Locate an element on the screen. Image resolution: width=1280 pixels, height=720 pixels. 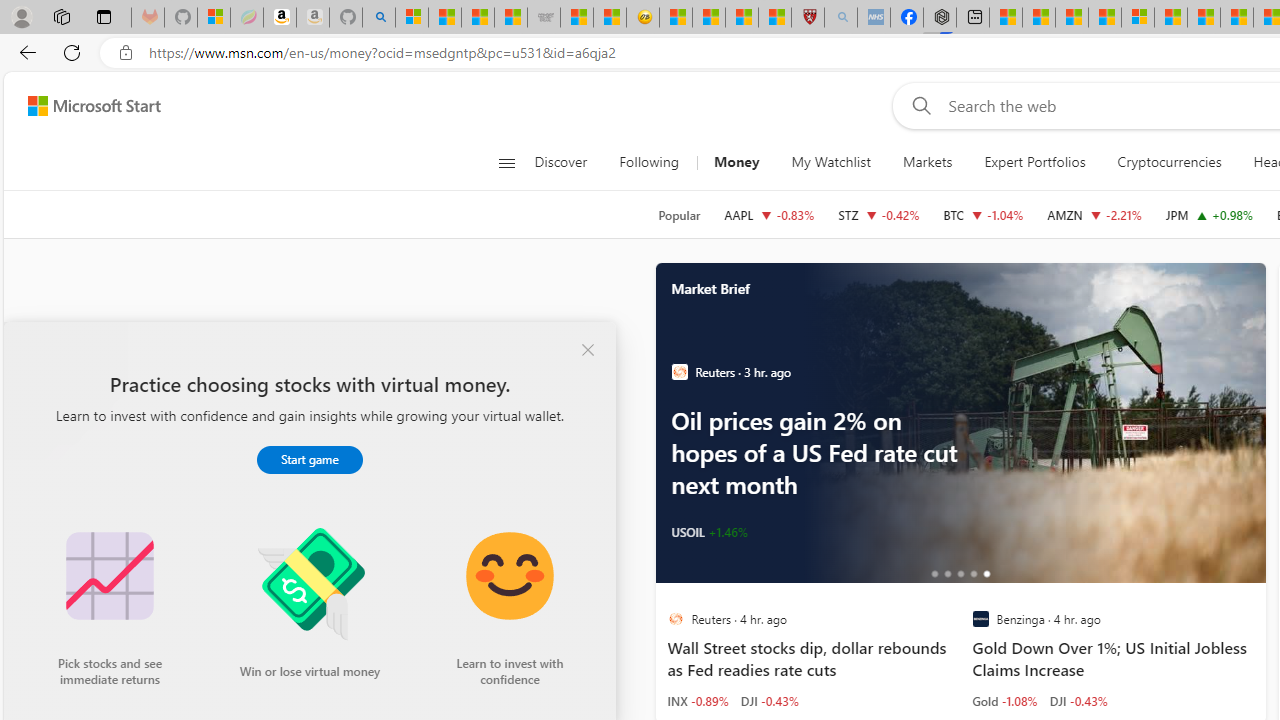
'Refresh' is located at coordinates (72, 51).